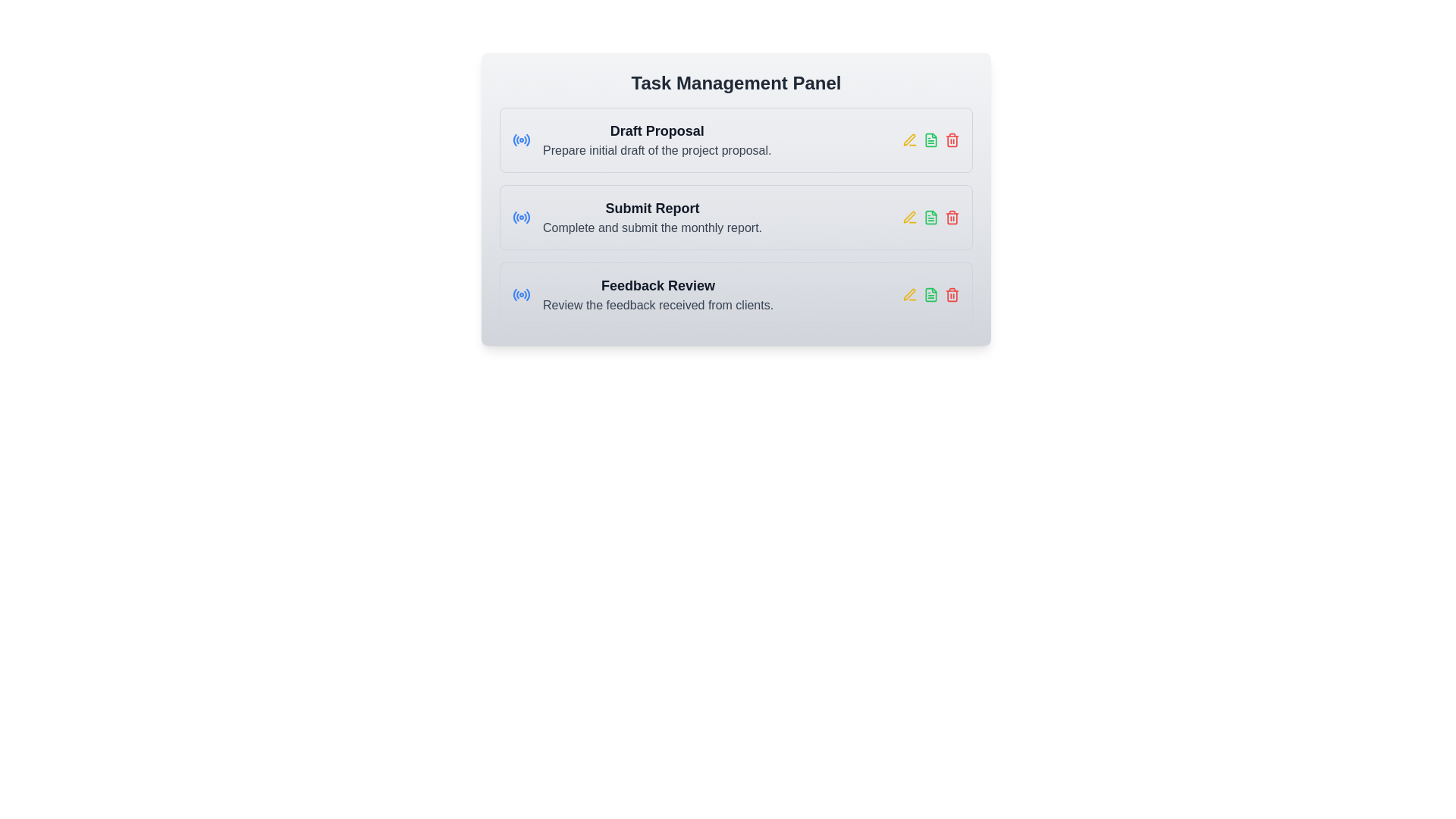  Describe the element at coordinates (658, 286) in the screenshot. I see `the 'Feedback Review' text label, which is bold and prominently displayed in dark gray against a light gray background, located in the bottom row of the task list interface under the 'Task Management Panel'` at that location.